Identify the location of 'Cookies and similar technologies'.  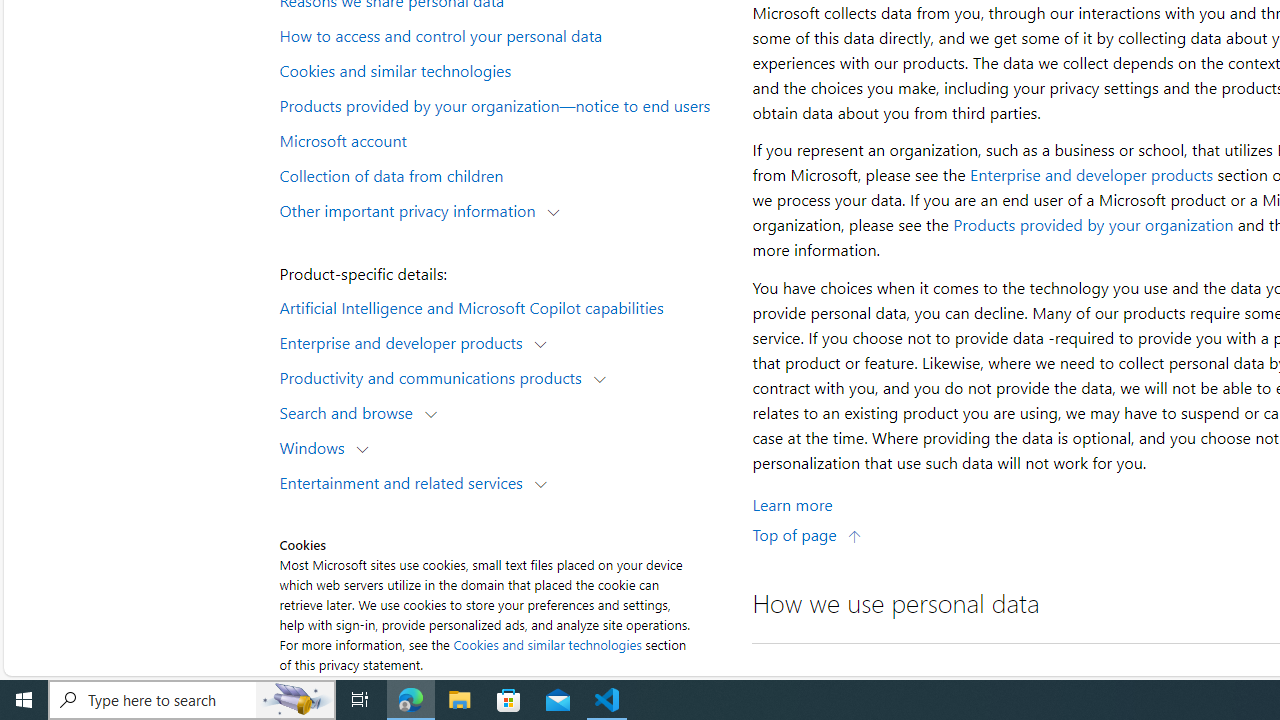
(547, 644).